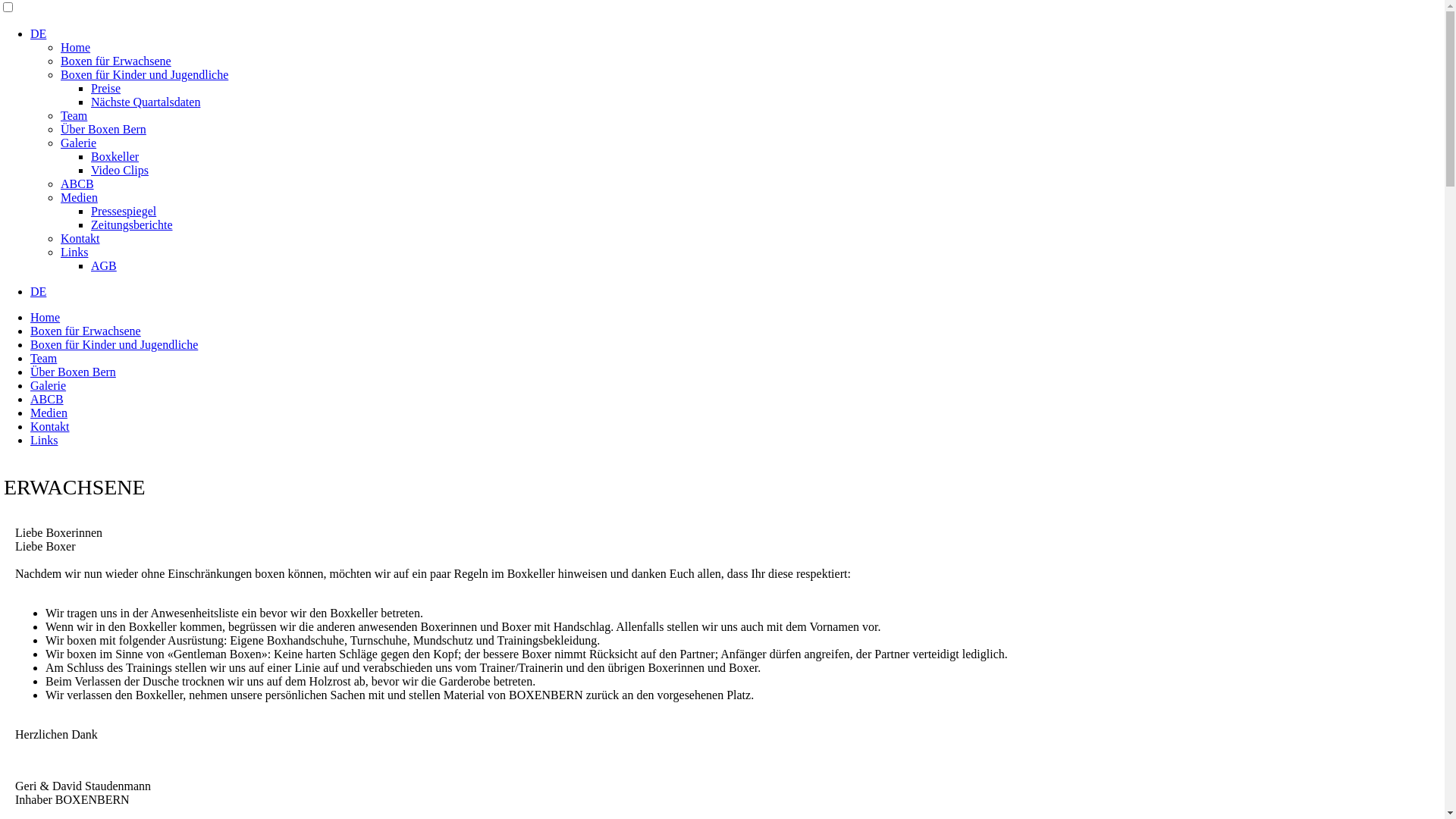 This screenshot has width=1456, height=819. I want to click on 'Galerie', so click(61, 143).